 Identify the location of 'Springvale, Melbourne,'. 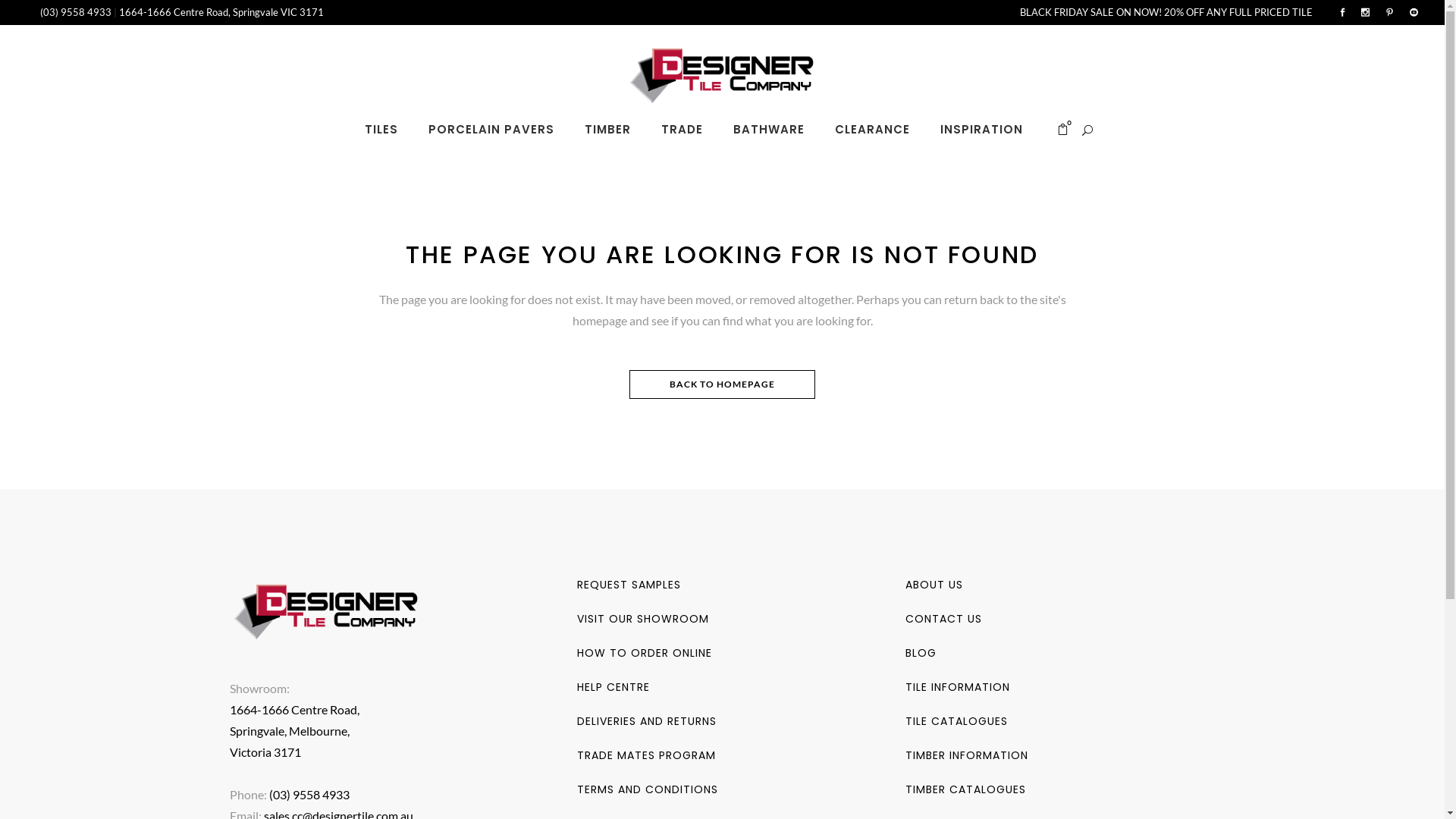
(288, 730).